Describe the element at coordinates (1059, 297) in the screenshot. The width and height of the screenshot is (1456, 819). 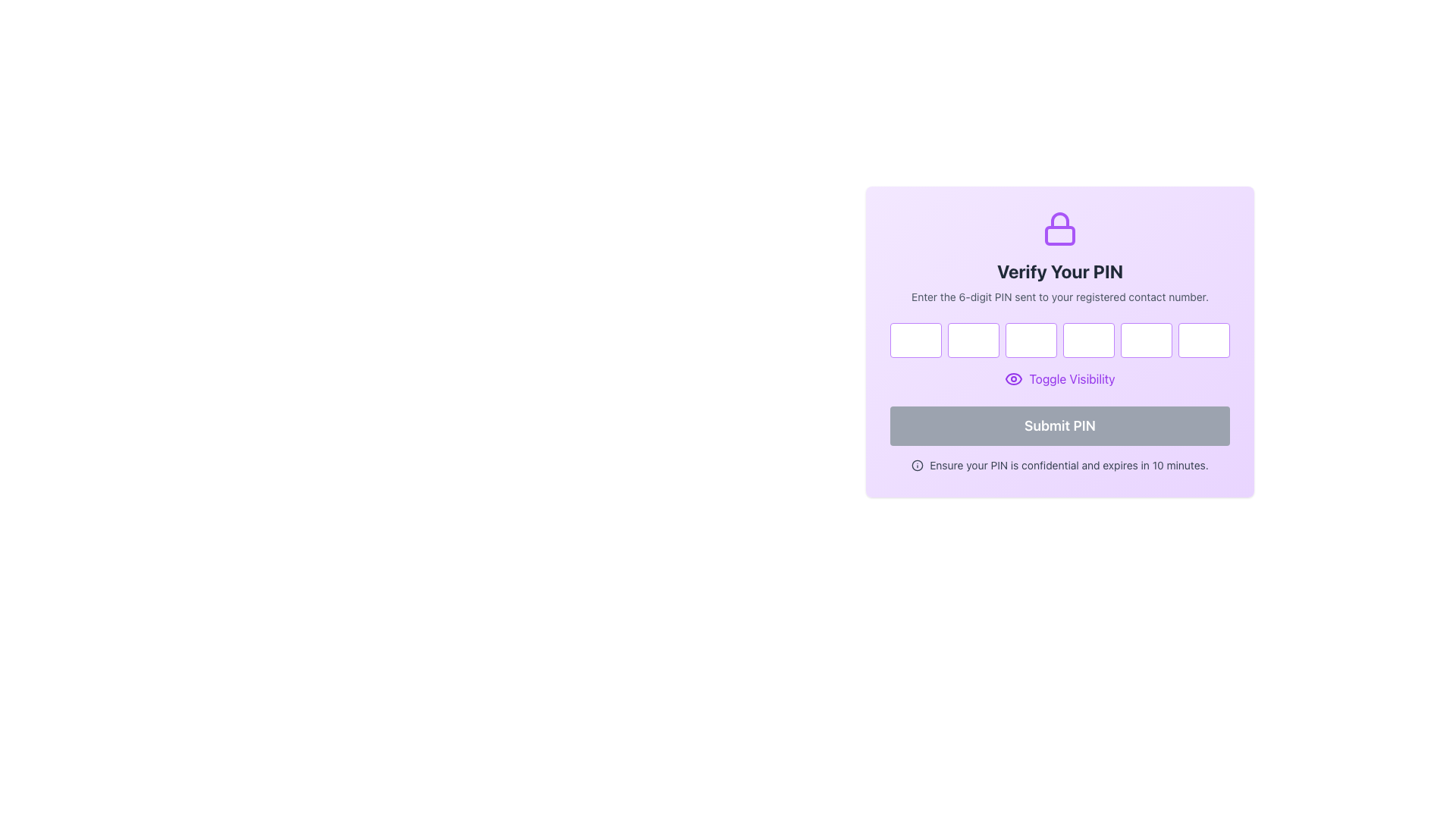
I see `the static text block that instructs 'Enter the 6-digit PIN sent to your registered contact number.' which is positioned below the header 'Verify Your PIN' and above the PIN input fields` at that location.